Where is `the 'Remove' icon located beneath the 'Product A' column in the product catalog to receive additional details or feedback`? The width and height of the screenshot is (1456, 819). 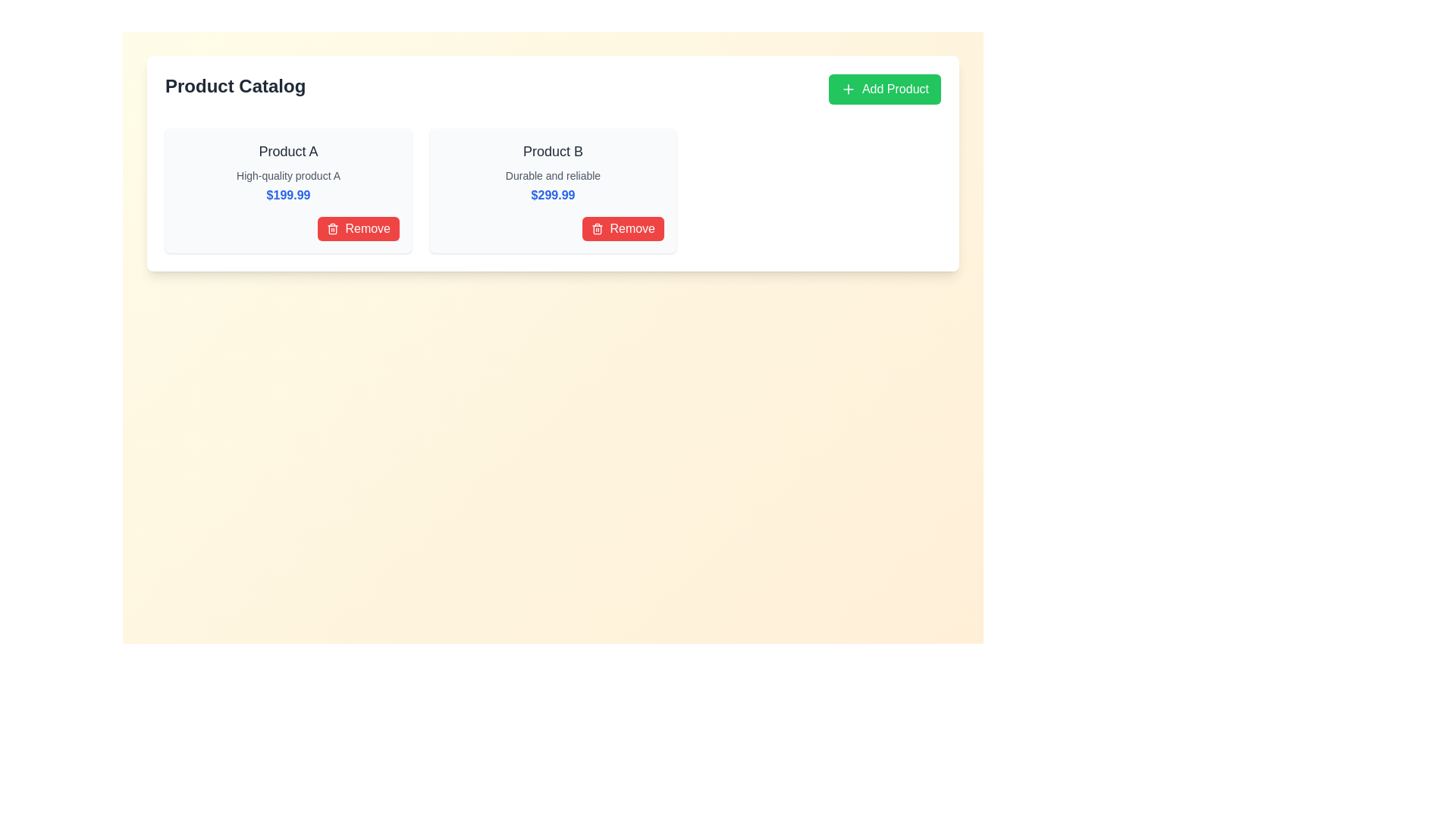
the 'Remove' icon located beneath the 'Product A' column in the product catalog to receive additional details or feedback is located at coordinates (332, 228).